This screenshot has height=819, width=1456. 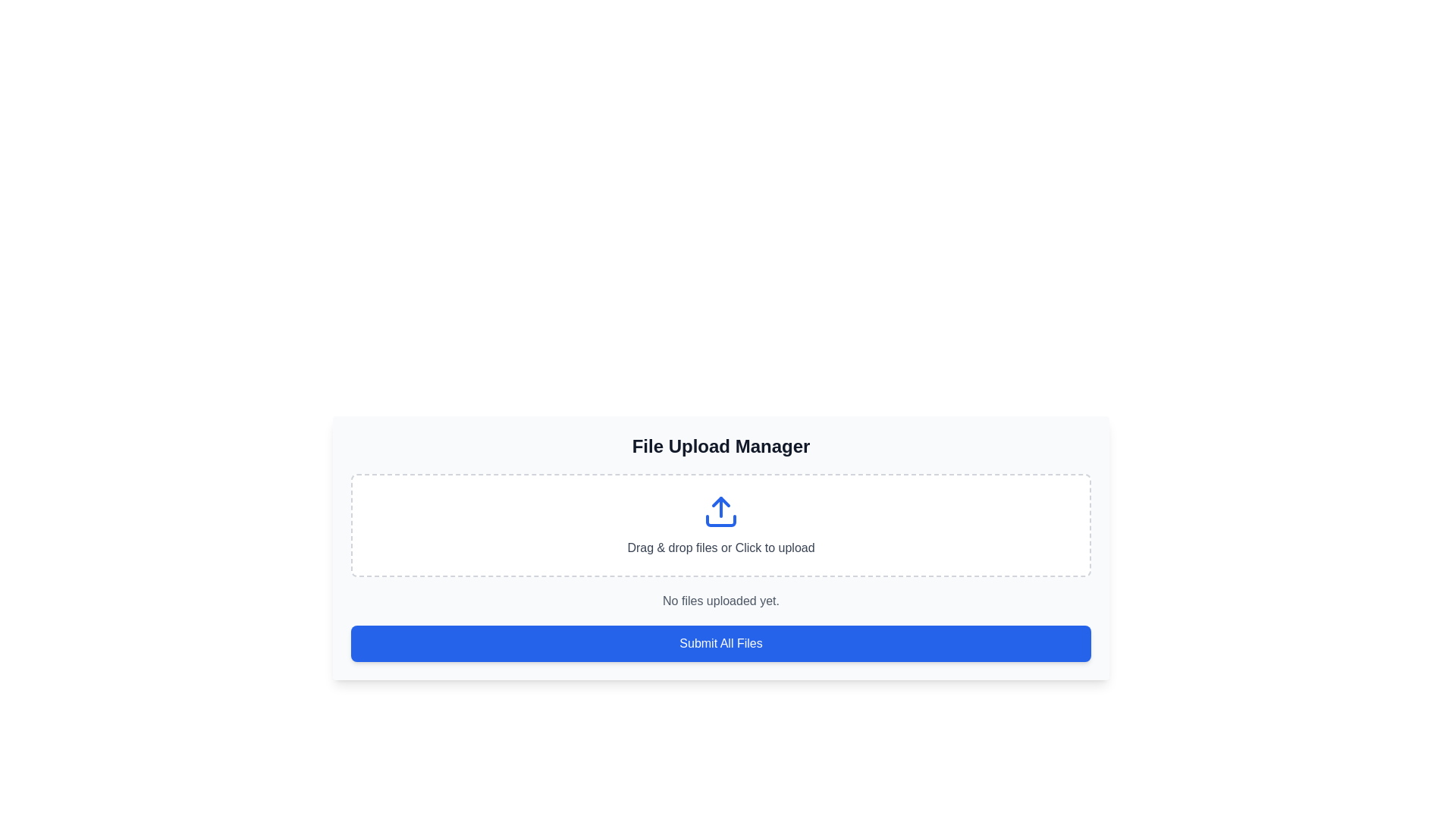 What do you see at coordinates (720, 548) in the screenshot?
I see `the instructional text that says 'Drag & drop files or Click to upload', which is styled in gray font and located beneath a blue upward arrow icon` at bounding box center [720, 548].